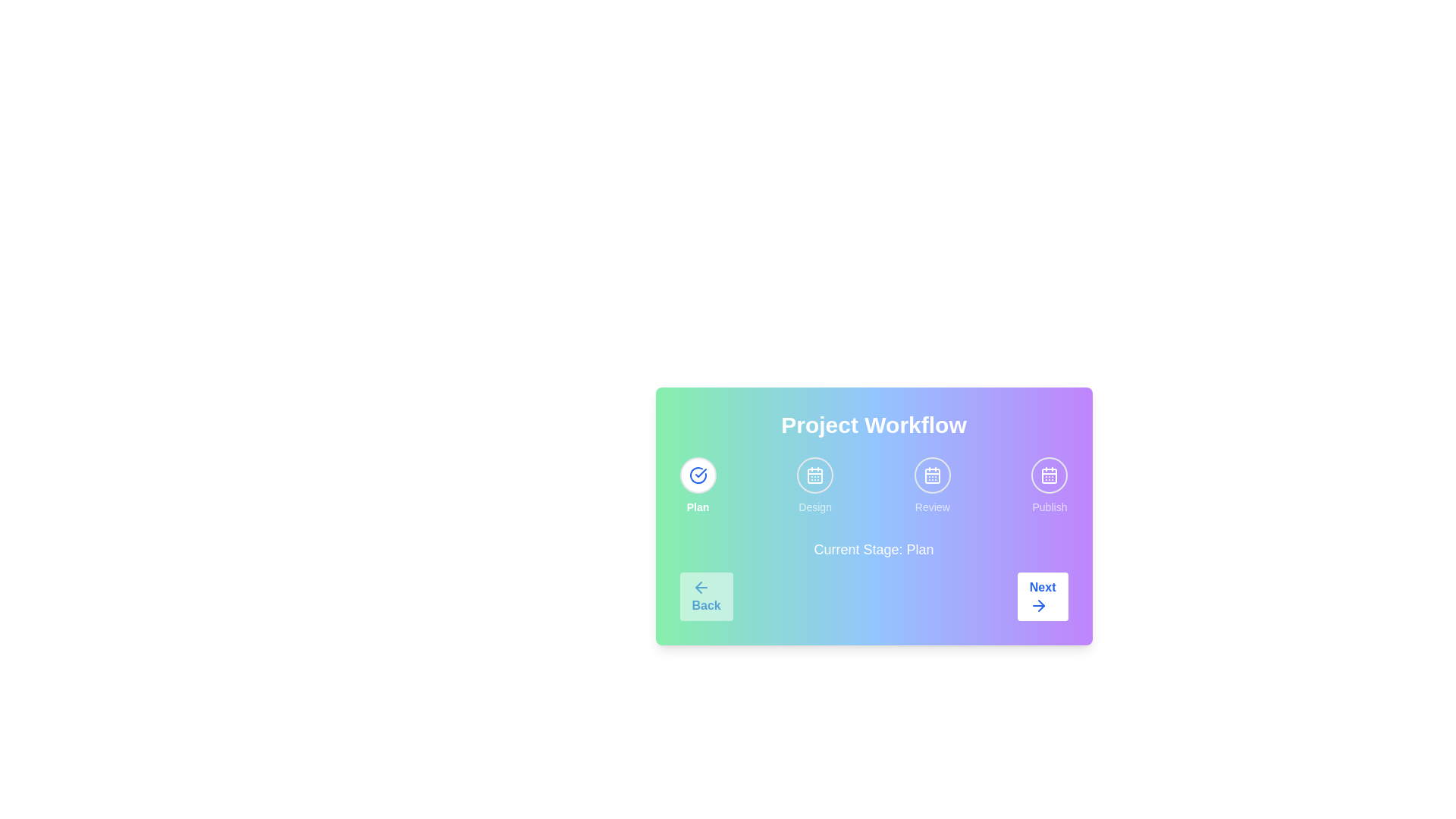 The width and height of the screenshot is (1456, 819). I want to click on the stage indicator corresponding to Plan, so click(697, 475).